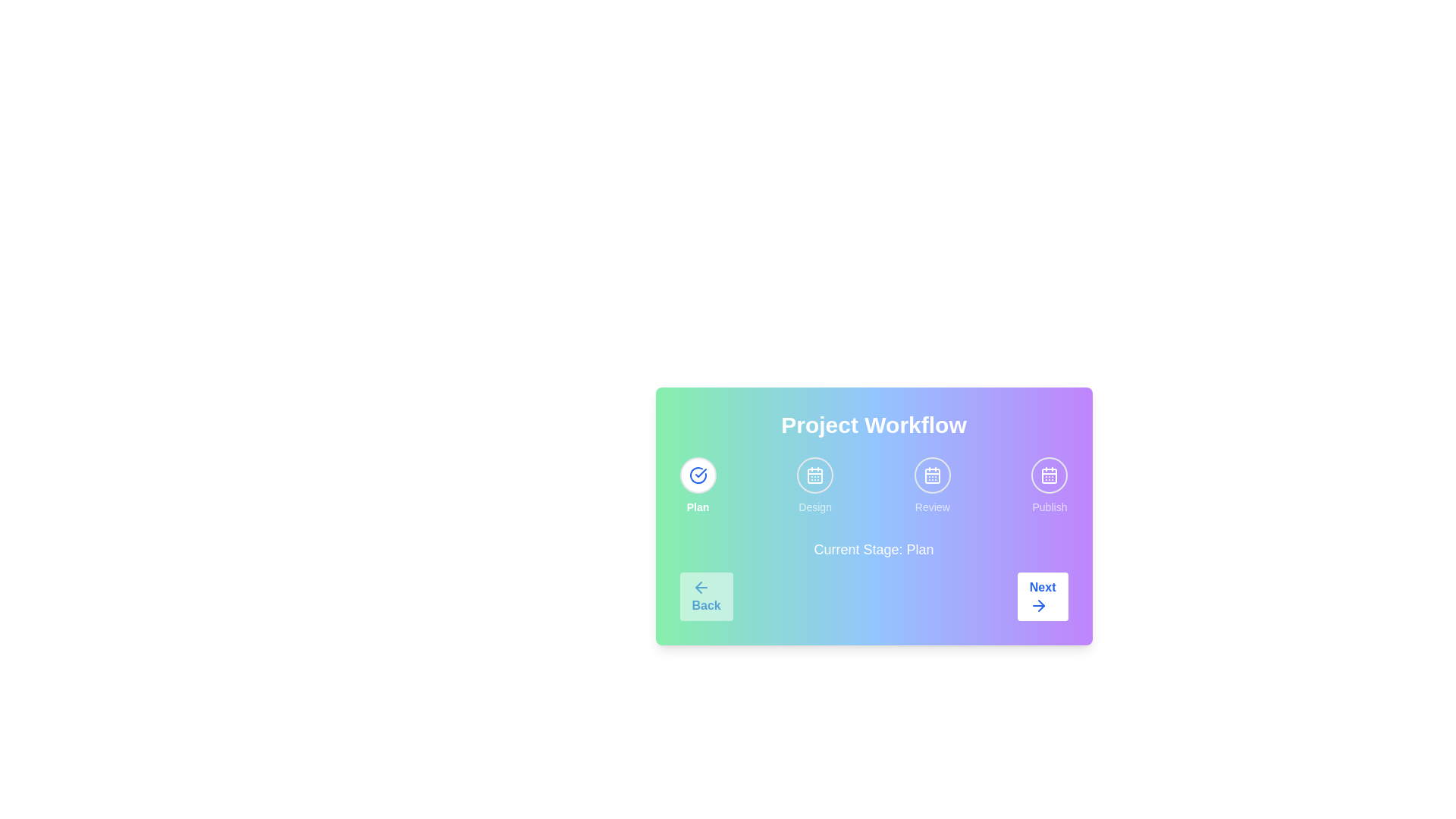 The width and height of the screenshot is (1456, 819). I want to click on the stage indicator corresponding to Plan, so click(697, 475).